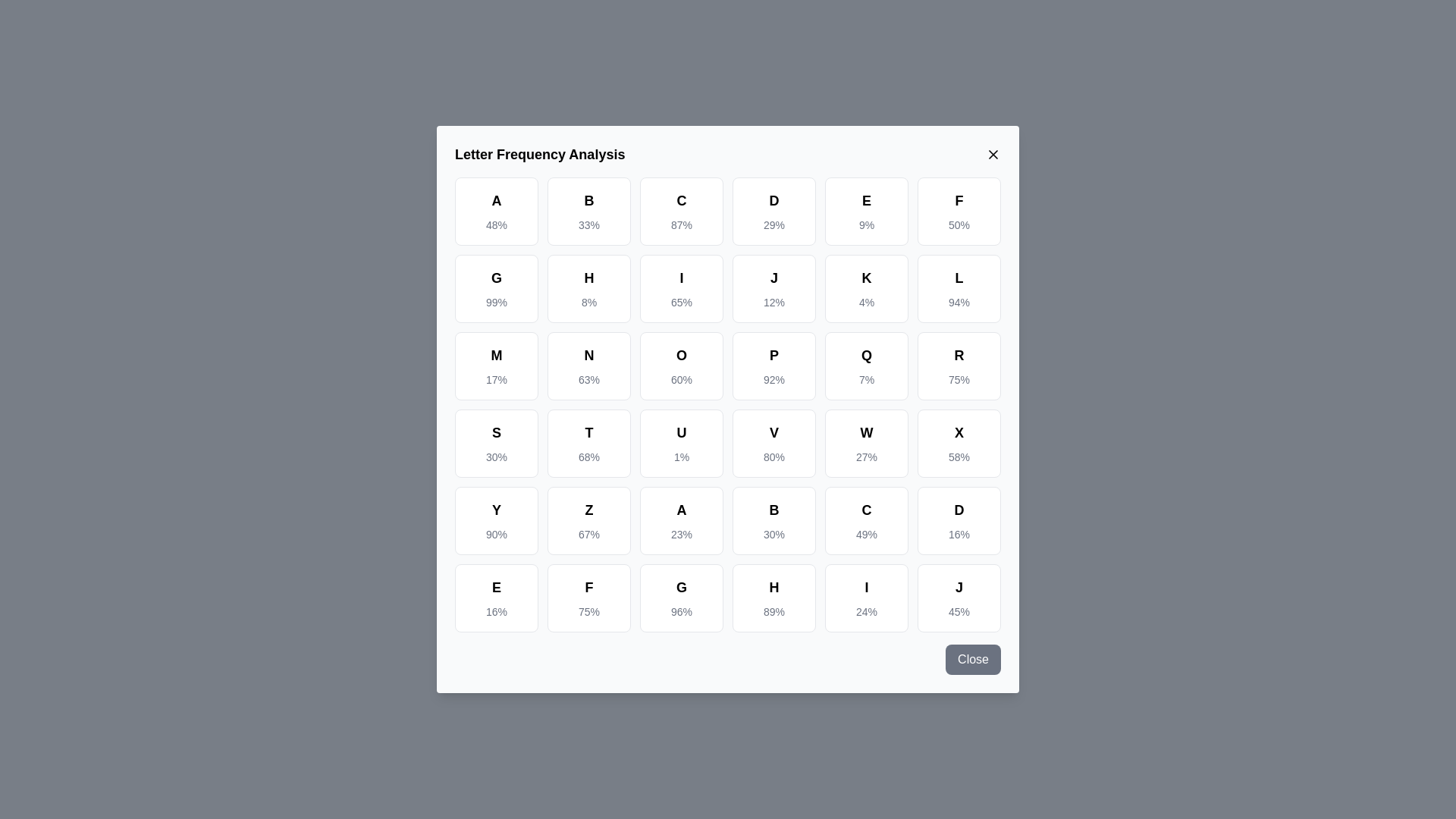  I want to click on the letter cell corresponding to J, so click(774, 289).